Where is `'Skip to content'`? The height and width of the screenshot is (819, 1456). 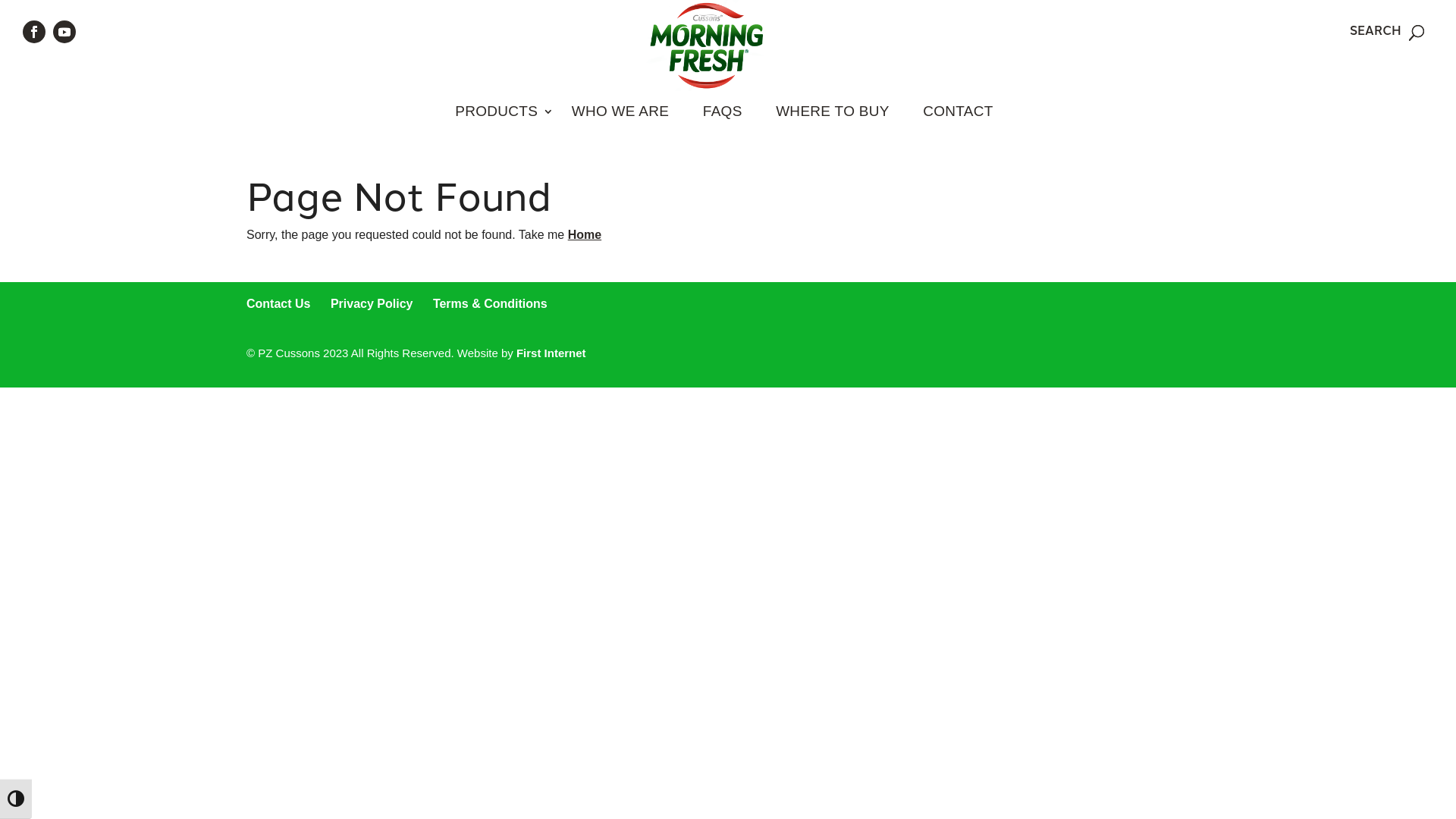 'Skip to content' is located at coordinates (0, 0).